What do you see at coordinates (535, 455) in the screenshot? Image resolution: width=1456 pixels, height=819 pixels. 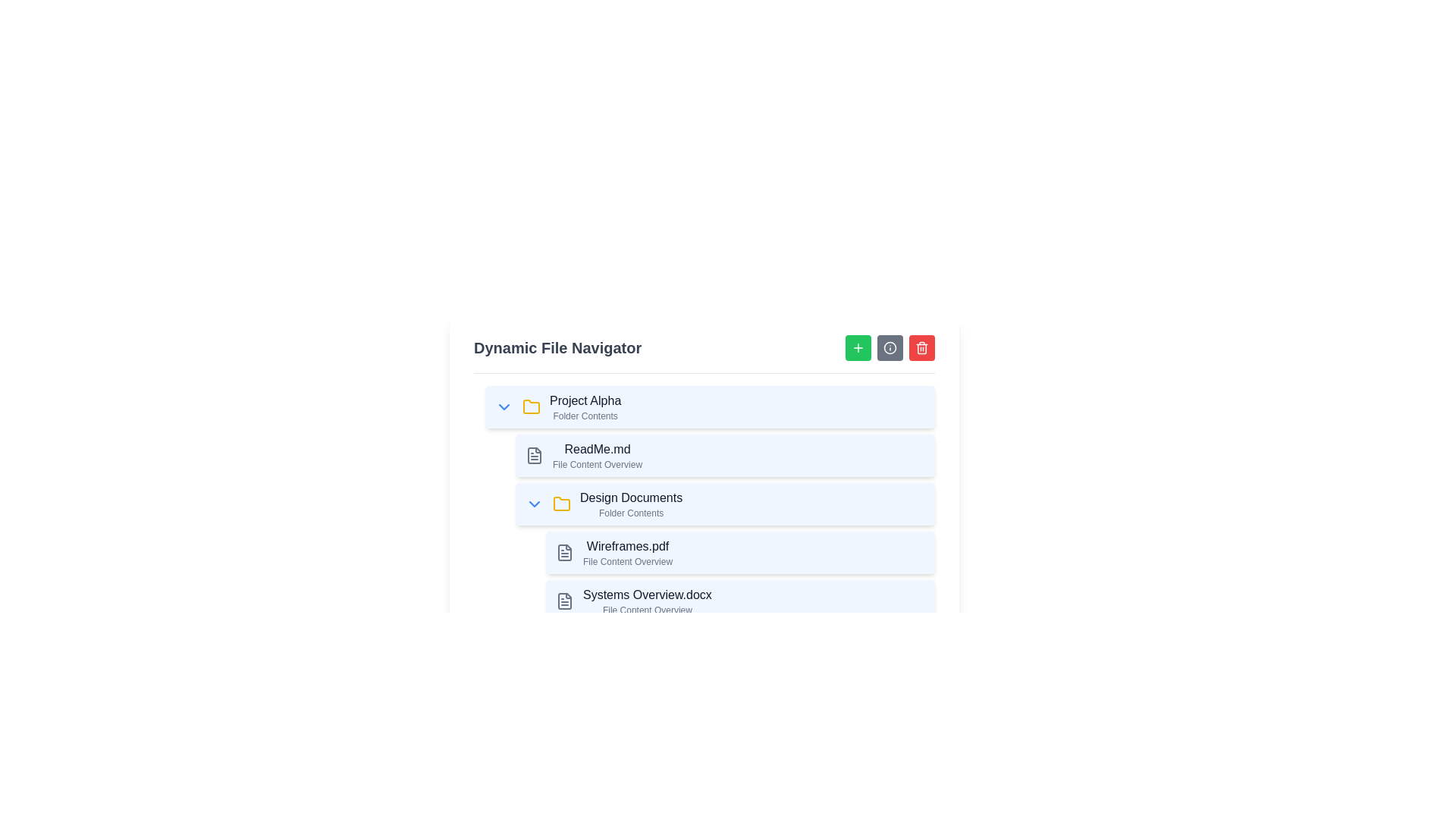 I see `the icon representing the 'ReadMe.md' file, which is a rectangular document file icon with a folded corner` at bounding box center [535, 455].